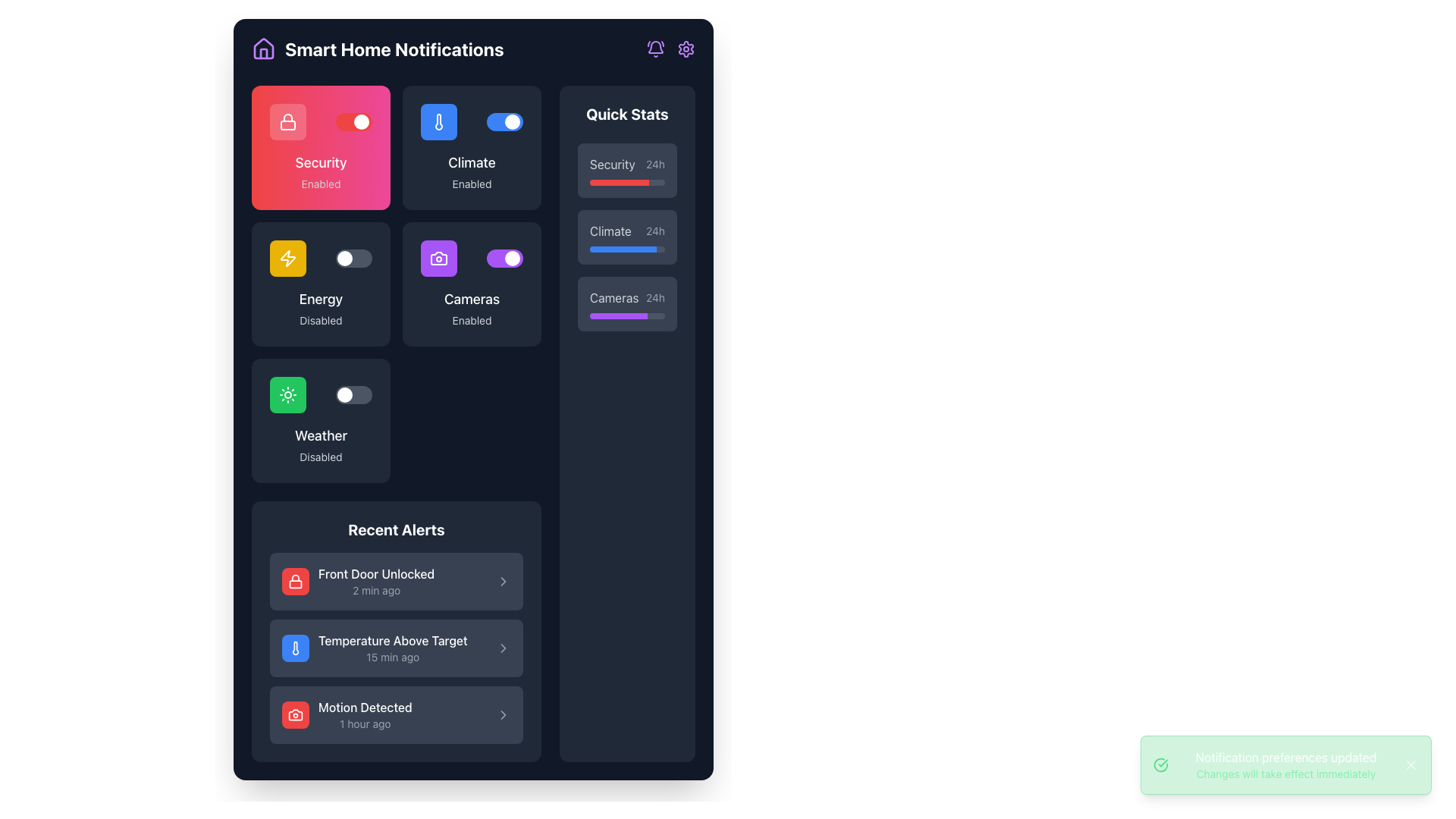 The width and height of the screenshot is (1456, 819). Describe the element at coordinates (627, 237) in the screenshot. I see `the Information block with a progress bar labeled 'Climate 24h', which features a dark background, a larger light-gray 'Climate' text, a smaller grayish '24h' text, and a blue rounded progress bar` at that location.